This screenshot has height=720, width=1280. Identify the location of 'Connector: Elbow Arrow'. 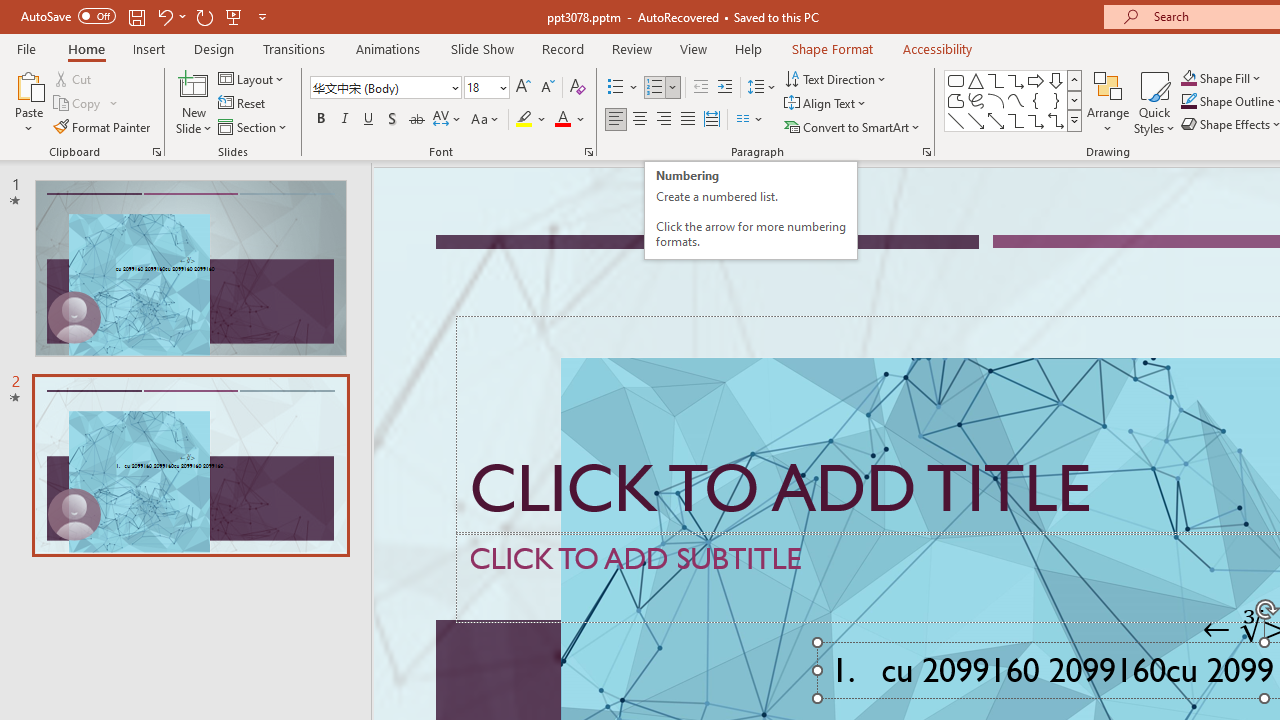
(1036, 120).